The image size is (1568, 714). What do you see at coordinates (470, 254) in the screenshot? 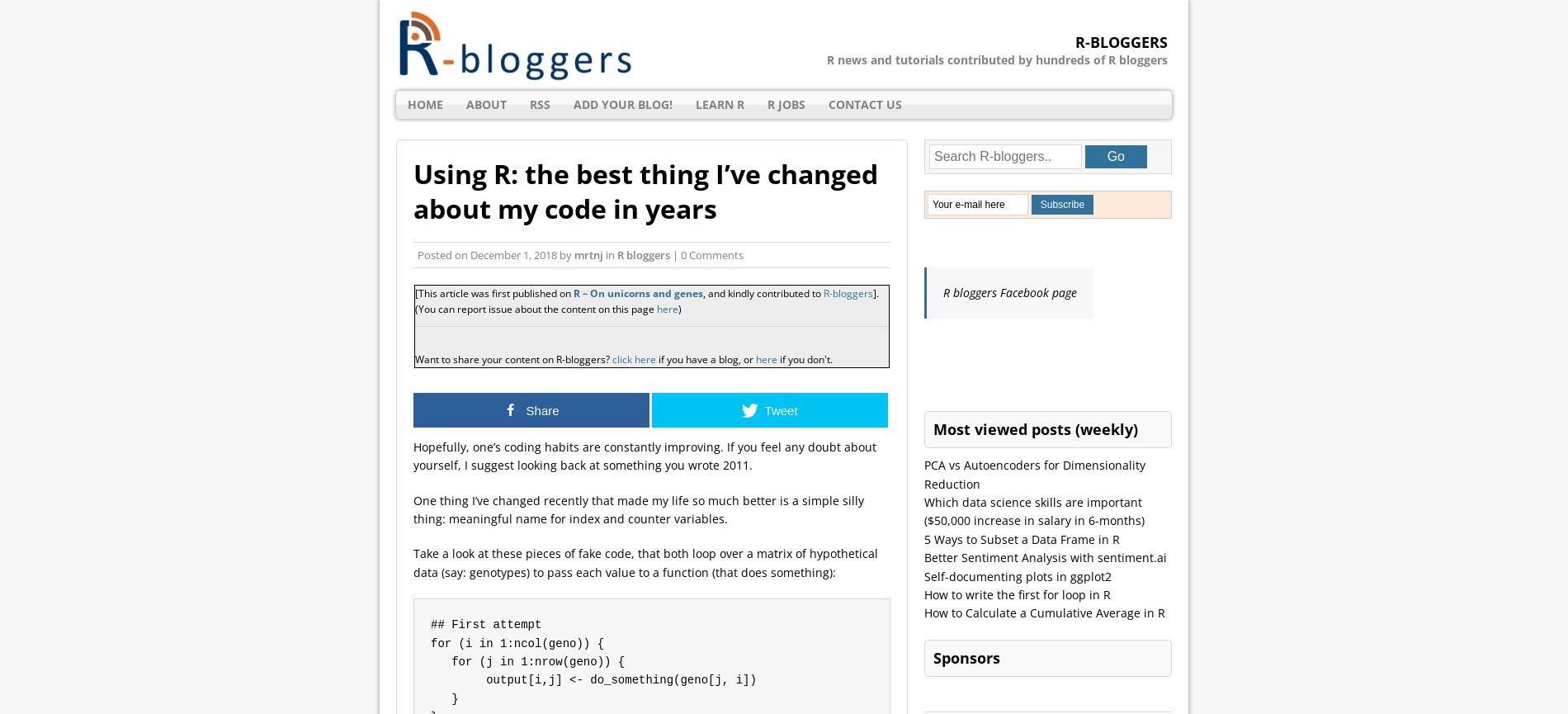
I see `'December 1, 2018'` at bounding box center [470, 254].